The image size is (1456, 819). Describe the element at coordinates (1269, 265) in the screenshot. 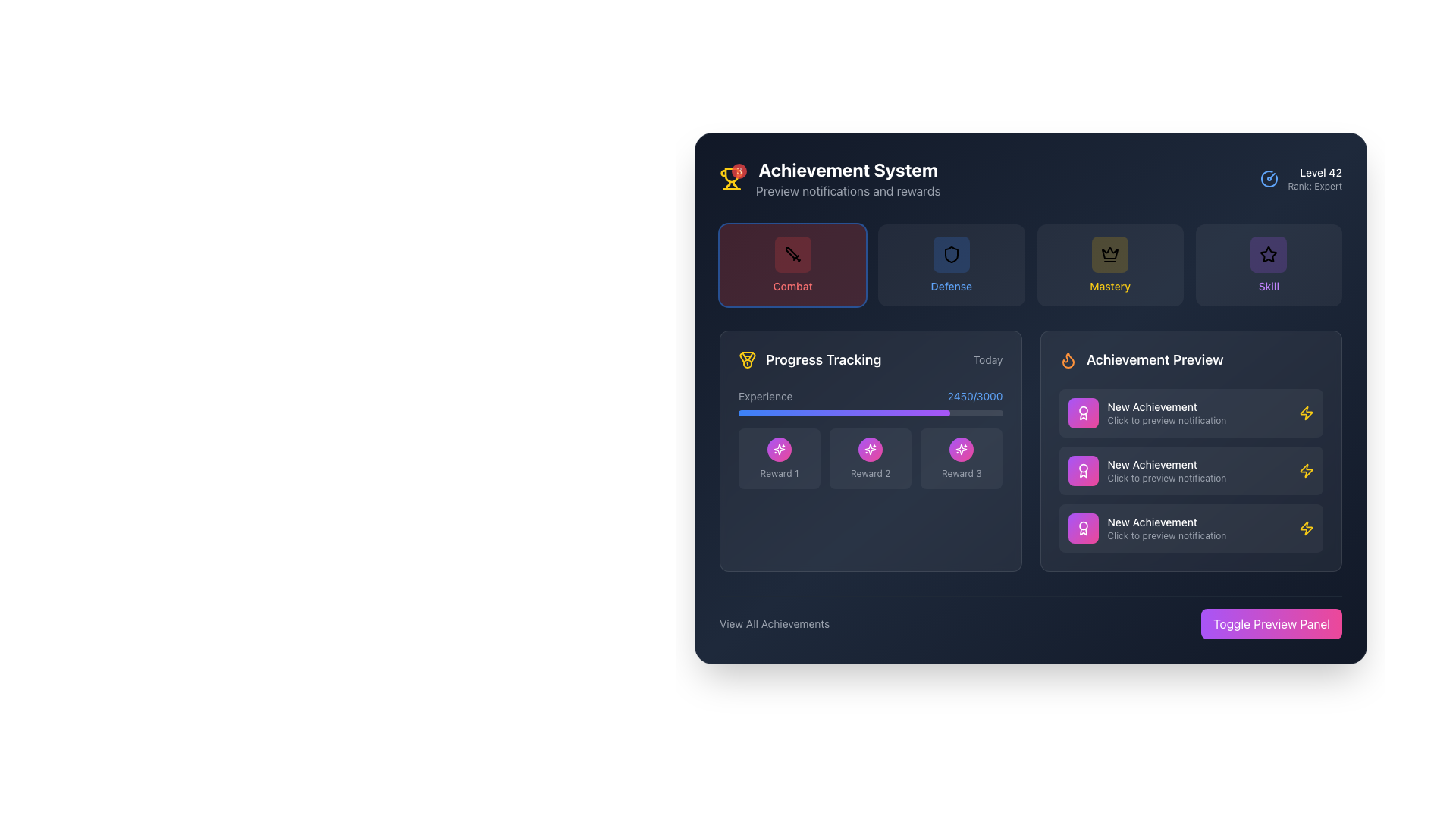

I see `the 'Skill' button, which is a purple rectangular card with a star icon and the label 'Skill' beneath it, located at the top center of the interface among other cards labeled 'Combat,' 'Defense,' and 'Mastery.'` at that location.